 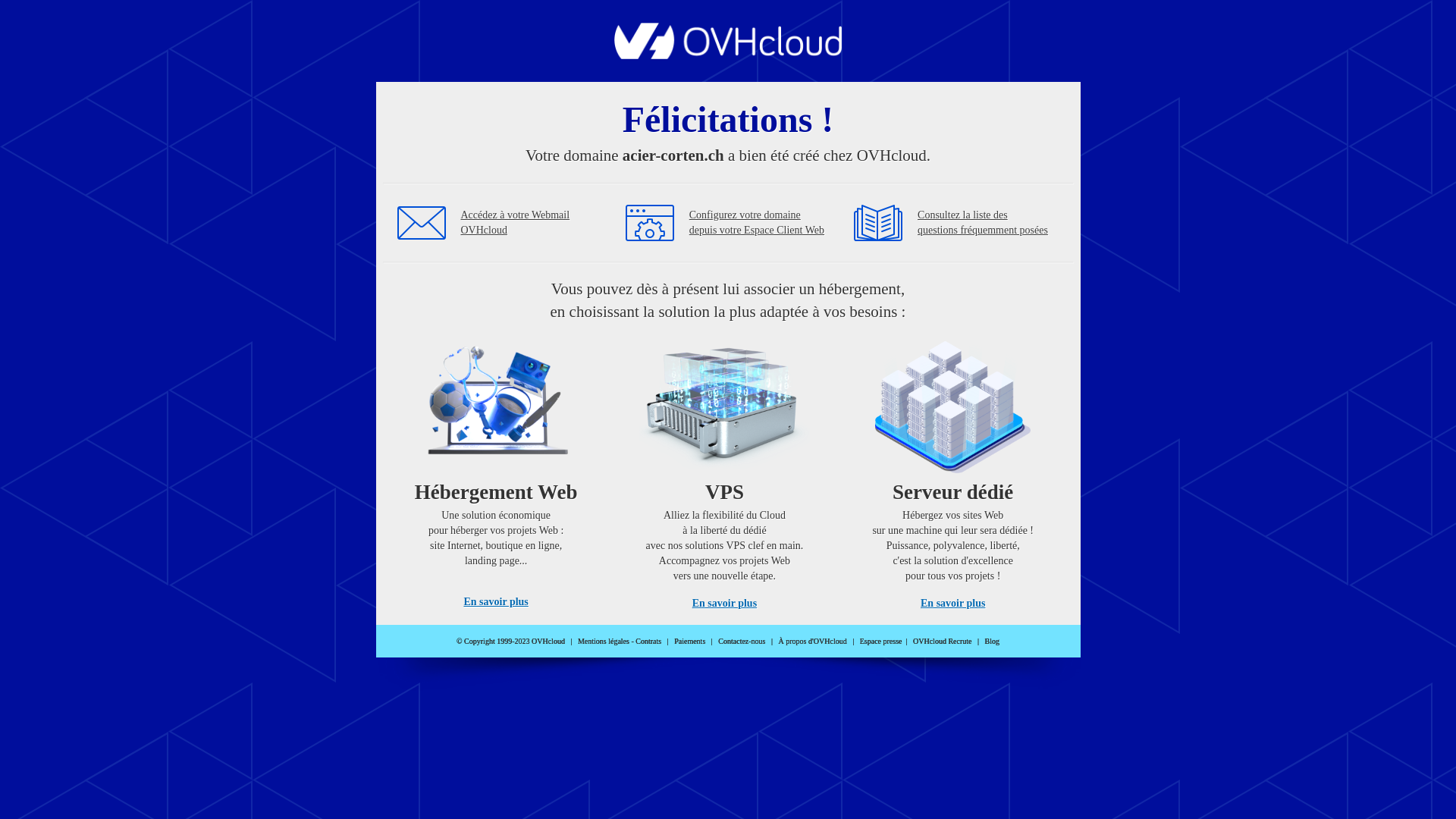 I want to click on 'OVHcloud Recrute', so click(x=941, y=641).